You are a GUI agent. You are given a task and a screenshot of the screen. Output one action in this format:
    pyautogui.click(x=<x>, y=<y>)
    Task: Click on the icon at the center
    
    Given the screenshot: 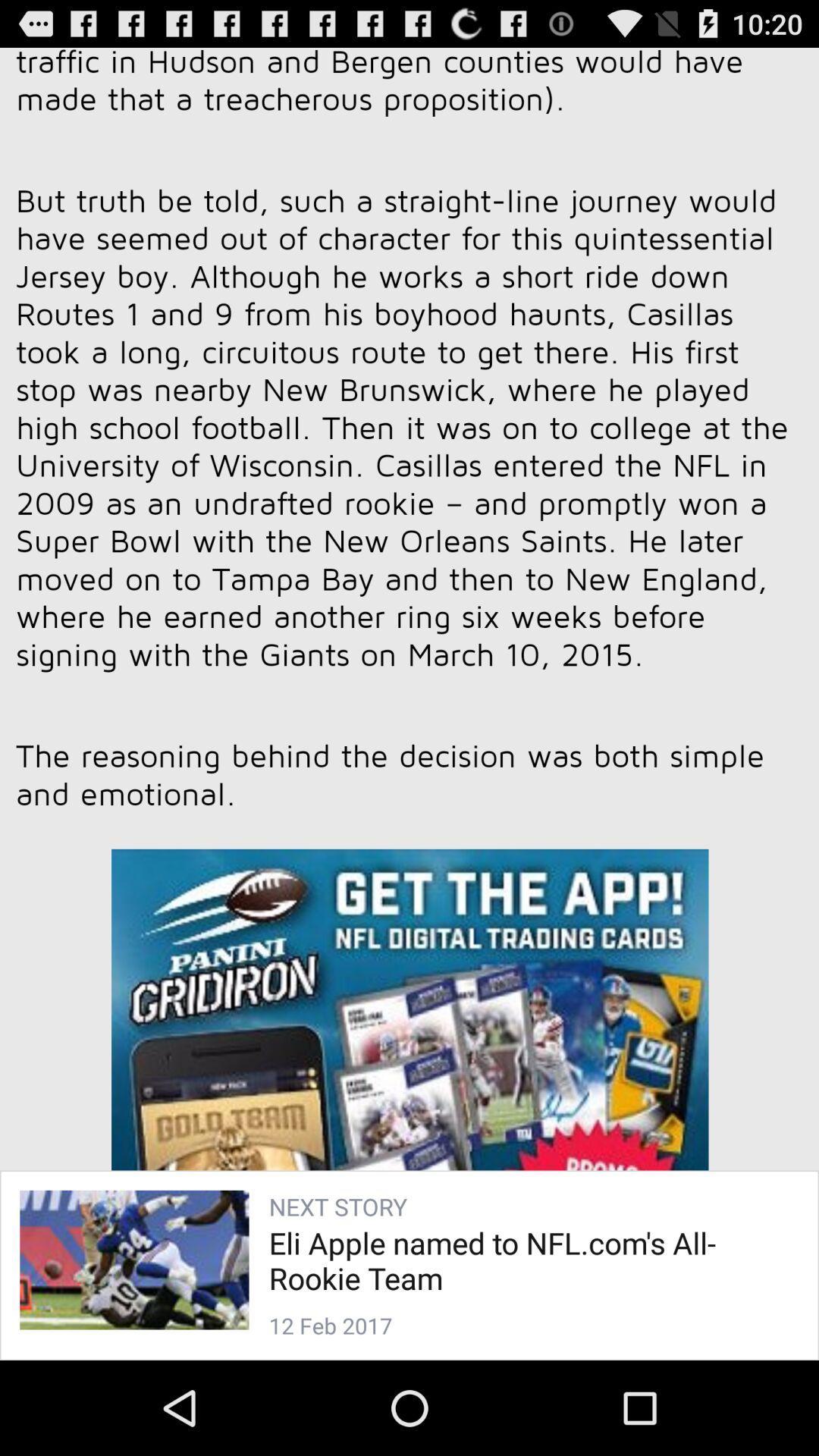 What is the action you would take?
    pyautogui.click(x=409, y=683)
    